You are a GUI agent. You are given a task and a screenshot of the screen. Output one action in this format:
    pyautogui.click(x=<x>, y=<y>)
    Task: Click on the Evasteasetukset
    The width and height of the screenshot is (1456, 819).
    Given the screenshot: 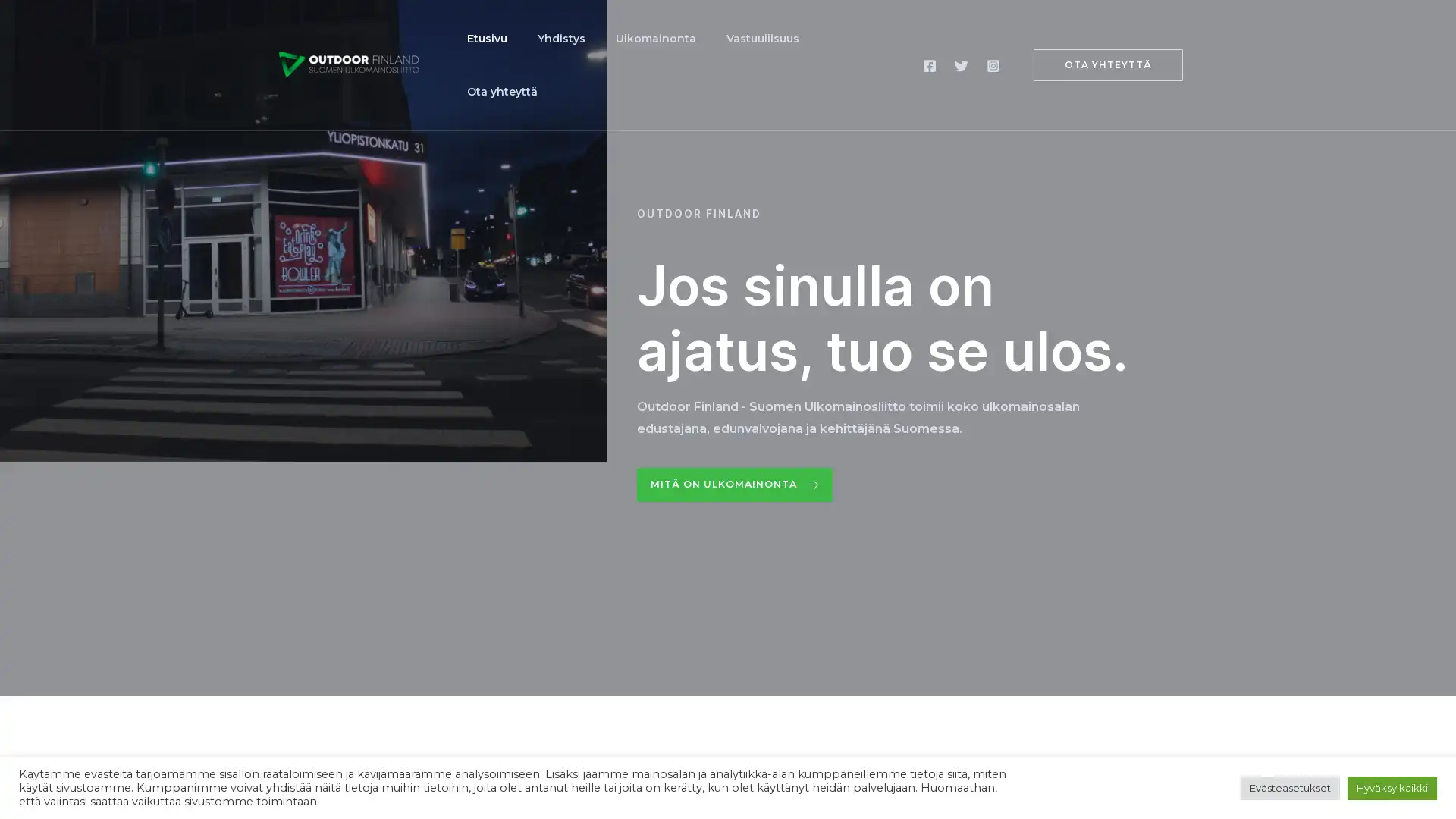 What is the action you would take?
    pyautogui.click(x=1289, y=786)
    